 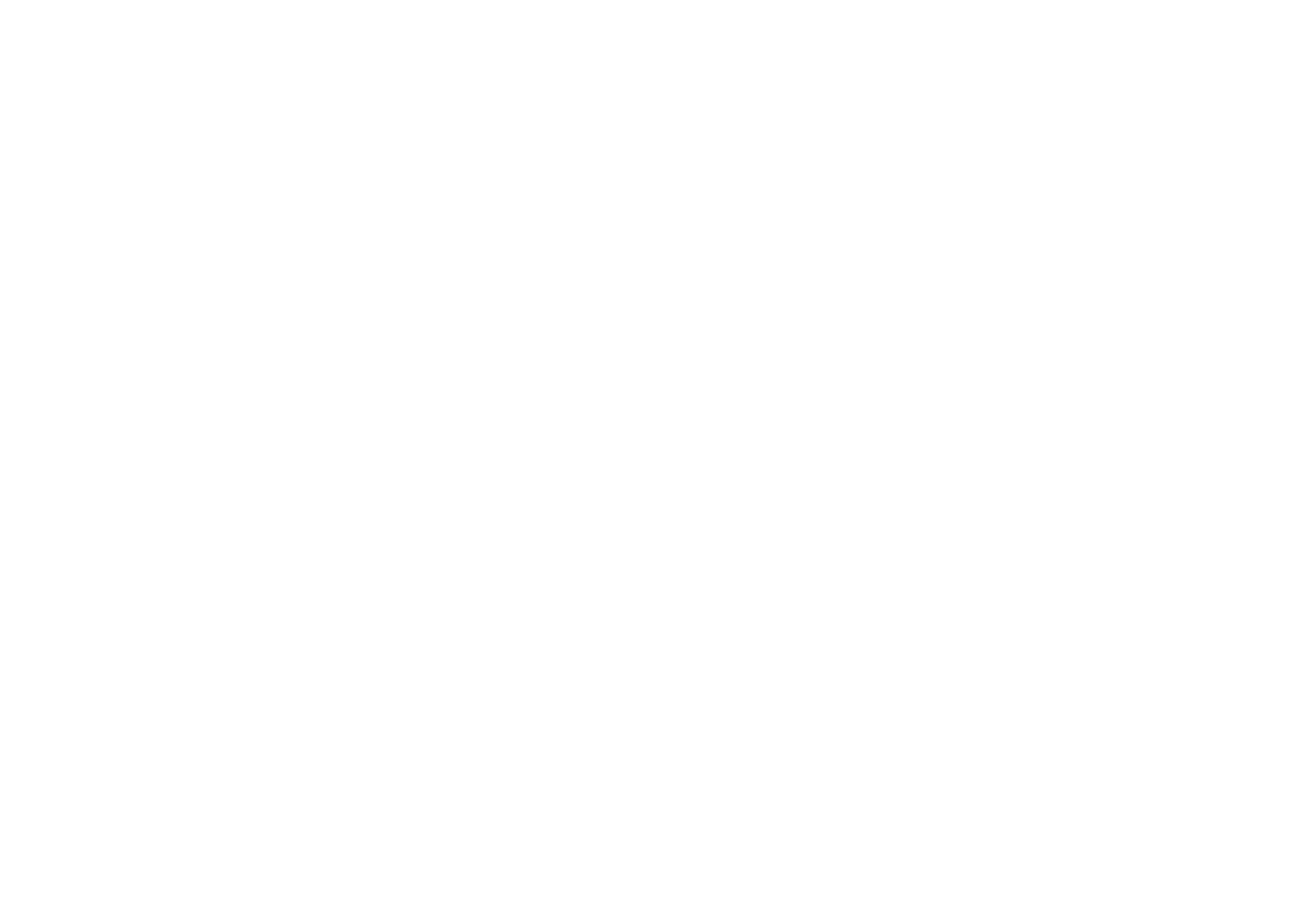 I want to click on 'Honorary Consul of Estonia in Montreal, Canada', so click(x=376, y=251).